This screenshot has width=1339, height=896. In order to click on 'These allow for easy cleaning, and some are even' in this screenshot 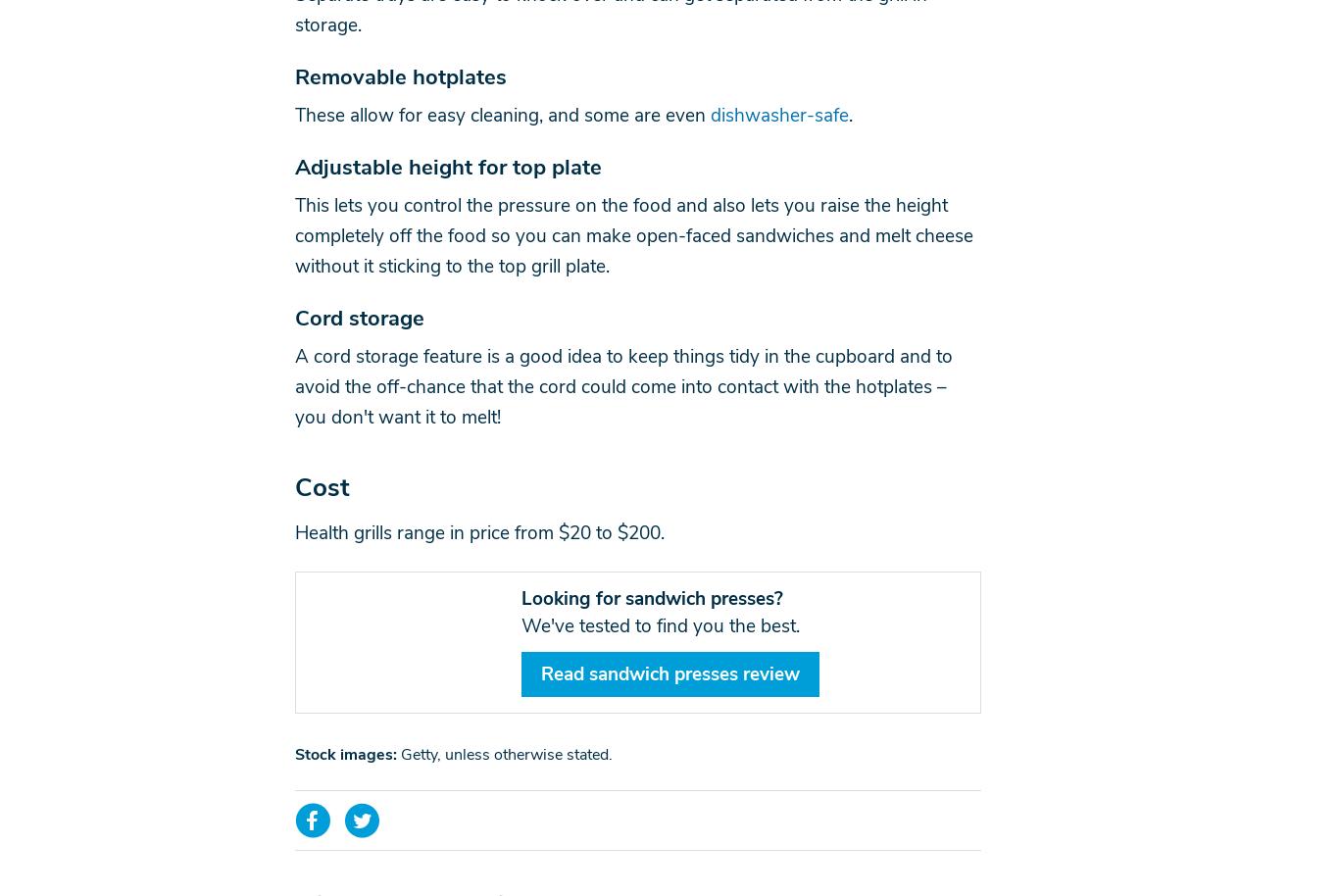, I will do `click(501, 115)`.